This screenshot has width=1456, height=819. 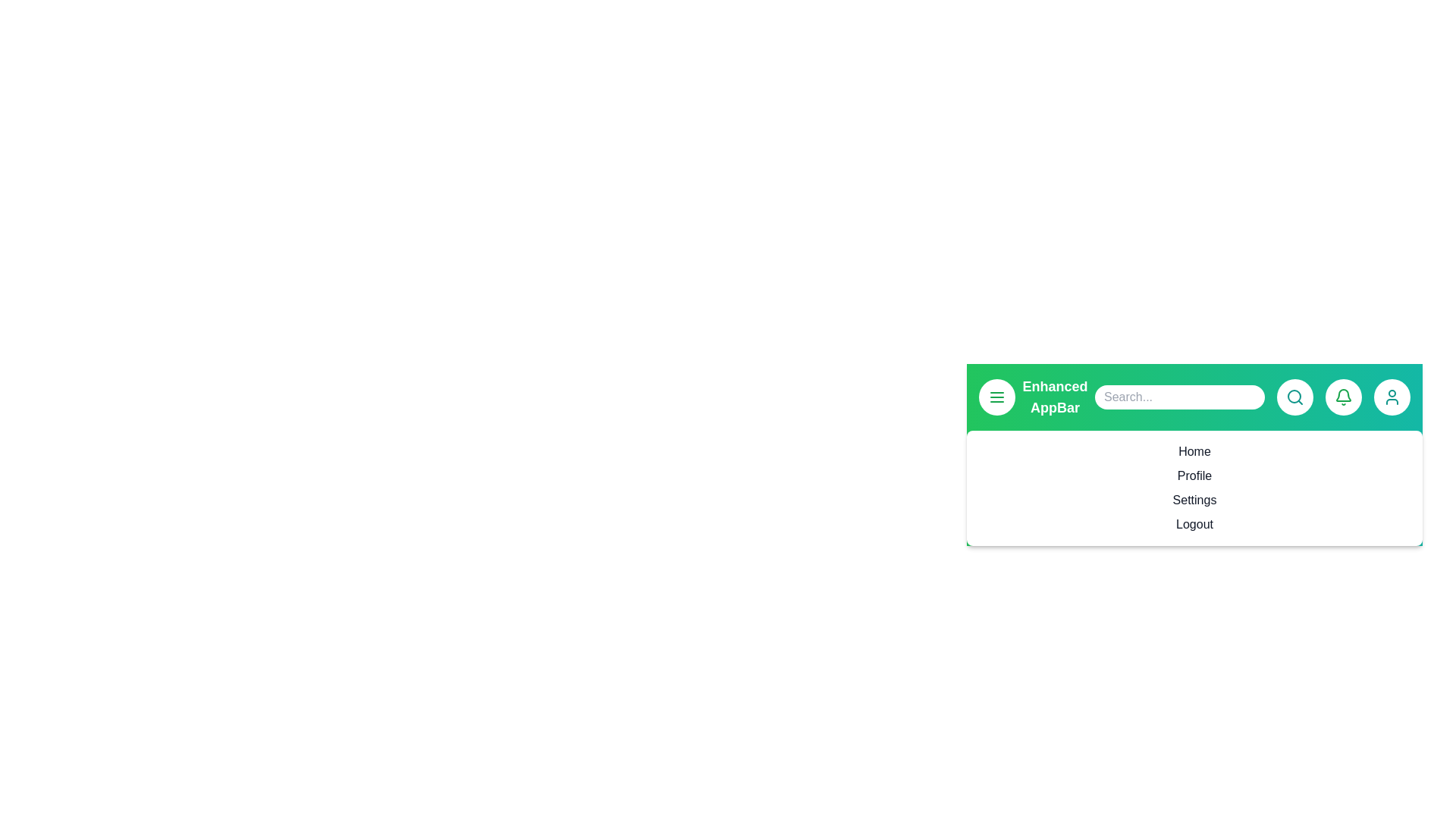 What do you see at coordinates (1194, 451) in the screenshot?
I see `the menu item Home from the EnhancedAppBar` at bounding box center [1194, 451].